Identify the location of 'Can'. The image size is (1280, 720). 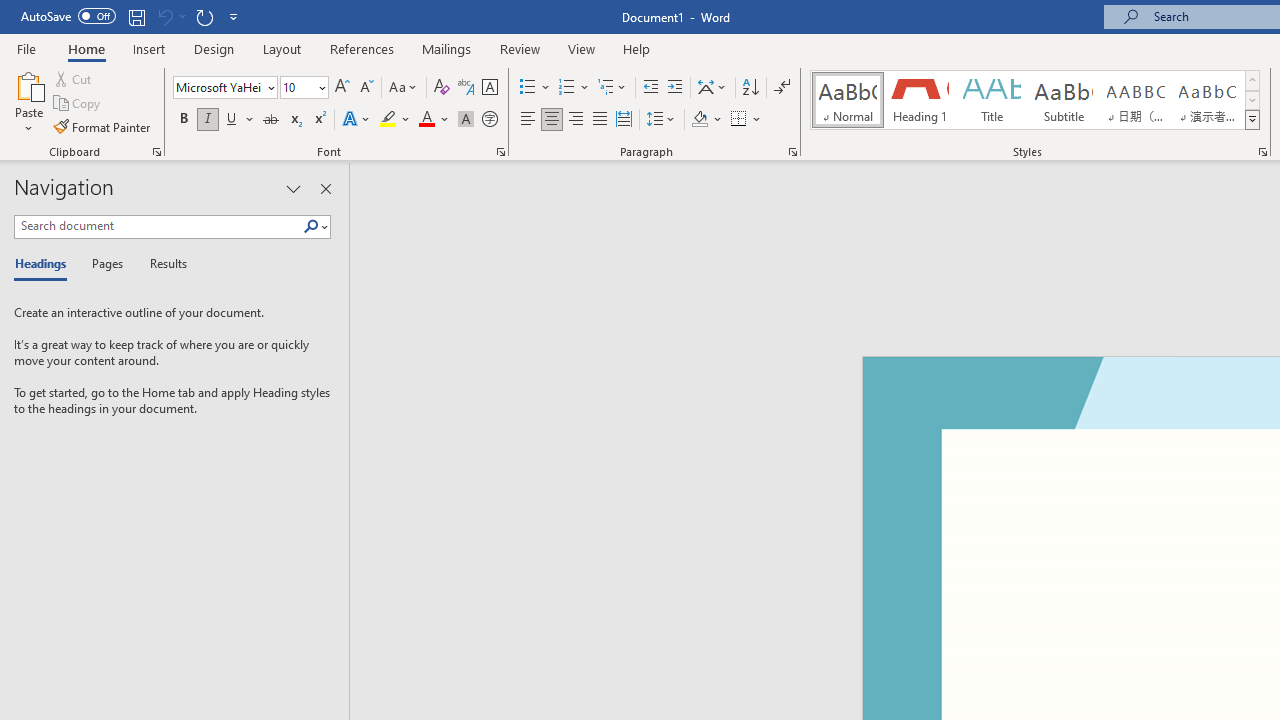
(164, 16).